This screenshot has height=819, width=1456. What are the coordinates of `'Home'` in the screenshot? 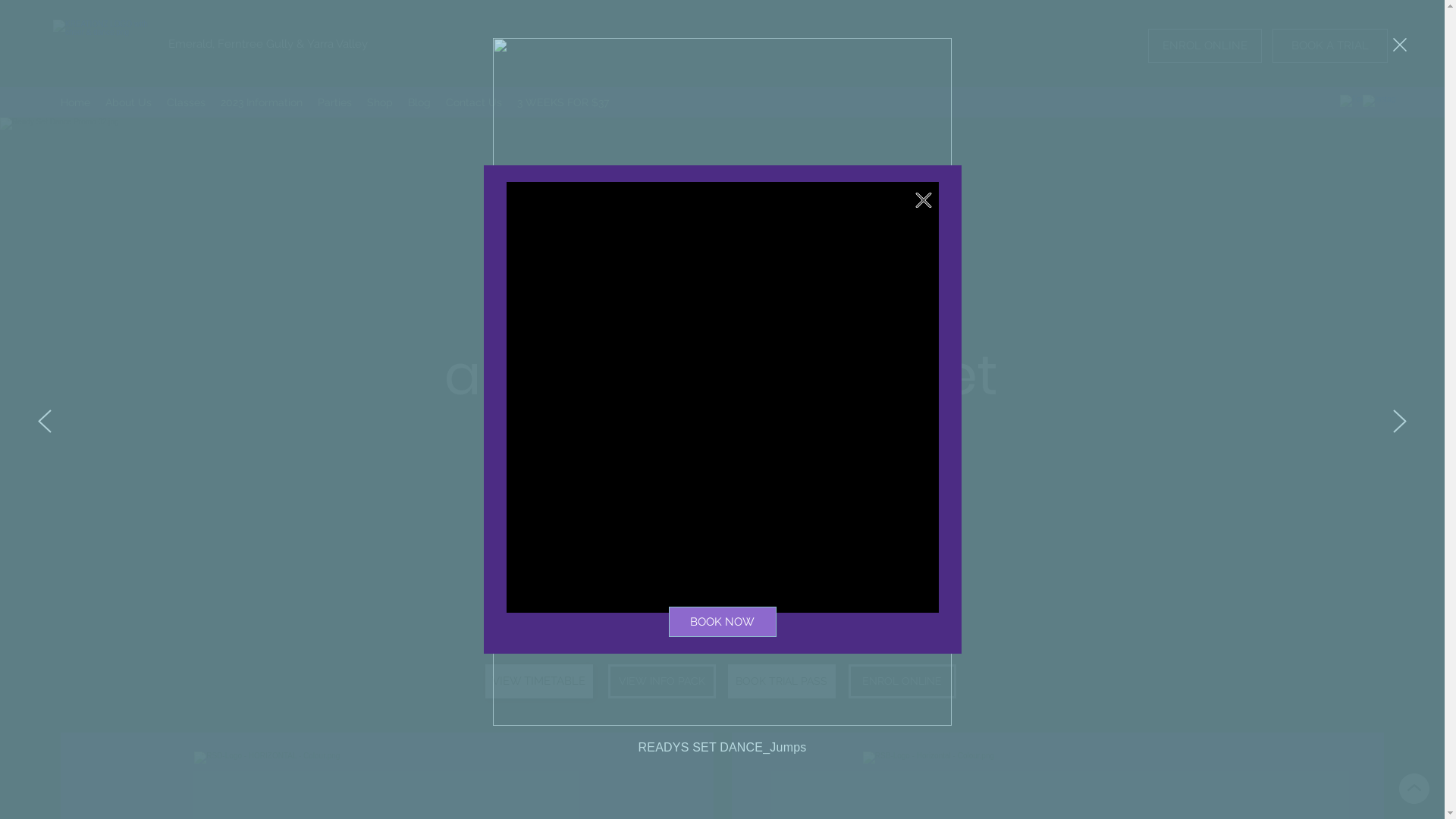 It's located at (53, 102).